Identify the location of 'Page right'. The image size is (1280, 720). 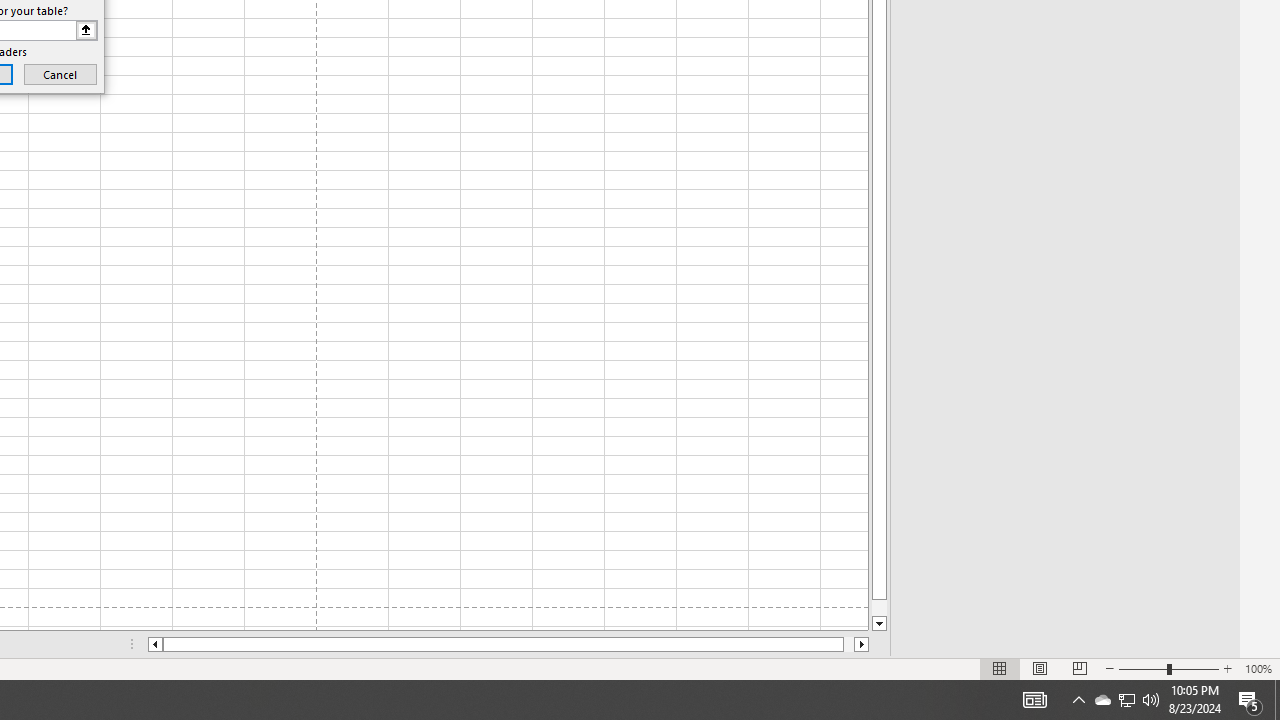
(848, 644).